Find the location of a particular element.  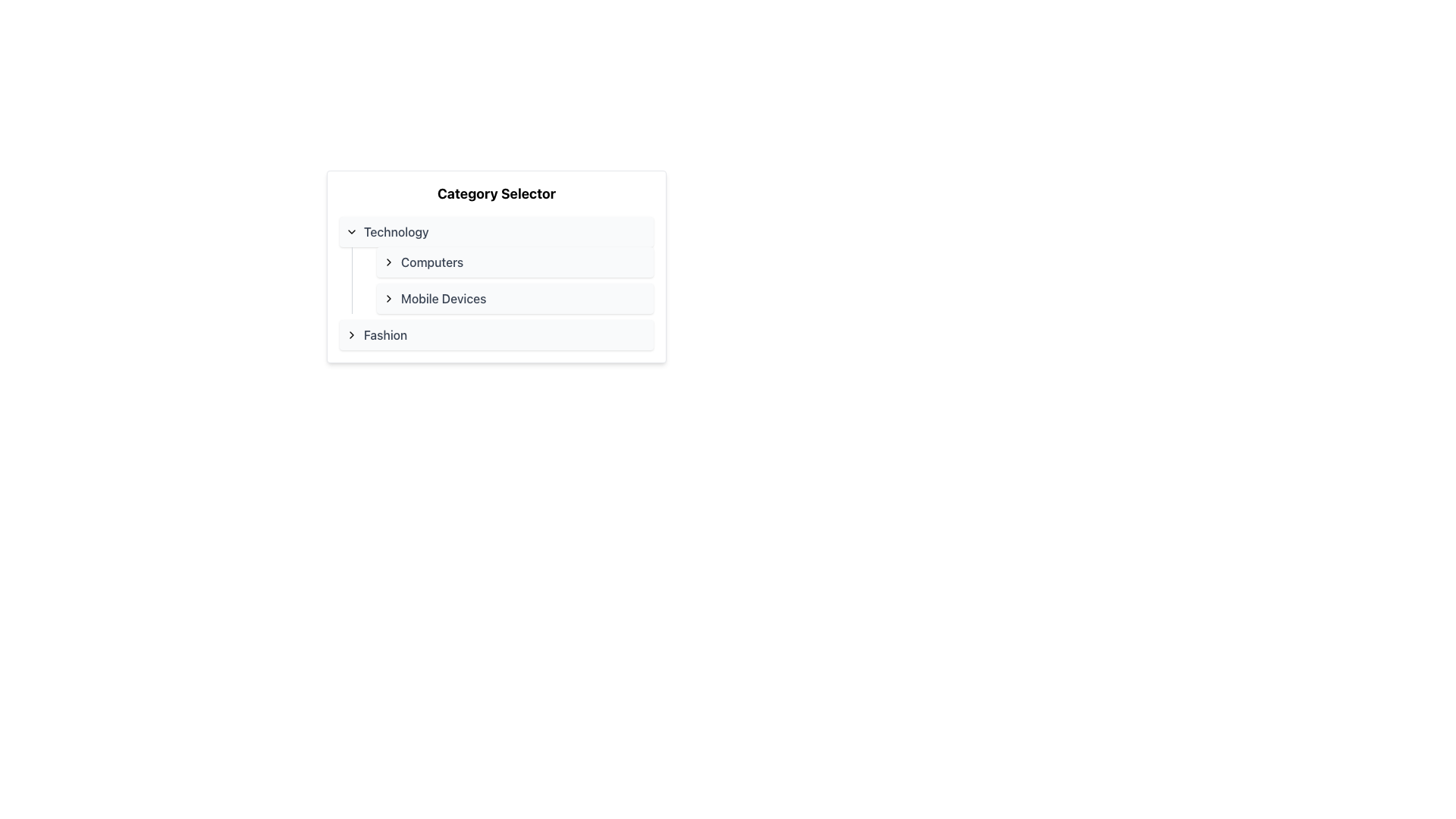

the right-facing chevron icon located to the left of the 'Computers' menu item is located at coordinates (389, 262).